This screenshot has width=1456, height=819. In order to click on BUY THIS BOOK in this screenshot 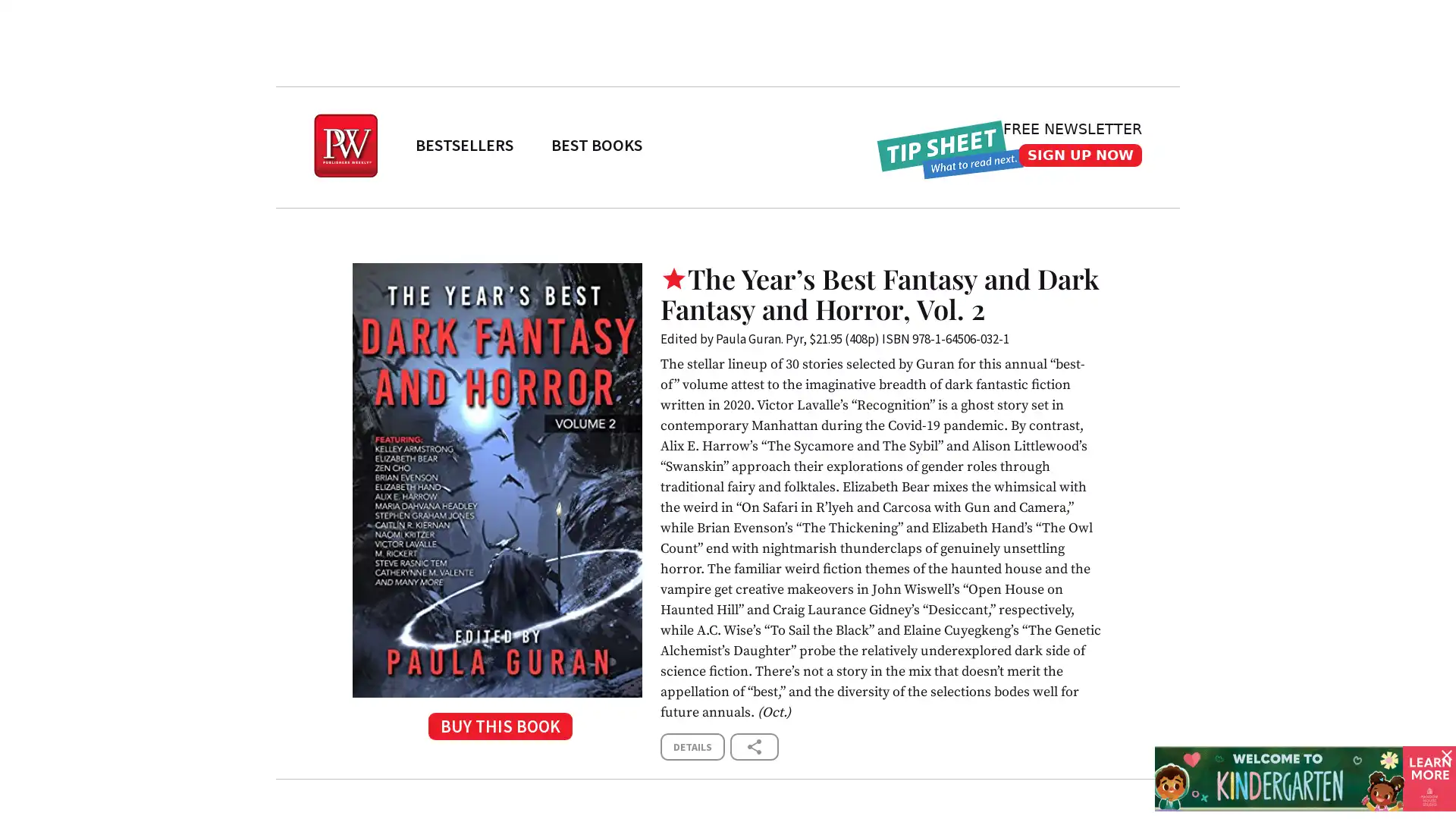, I will do `click(497, 730)`.